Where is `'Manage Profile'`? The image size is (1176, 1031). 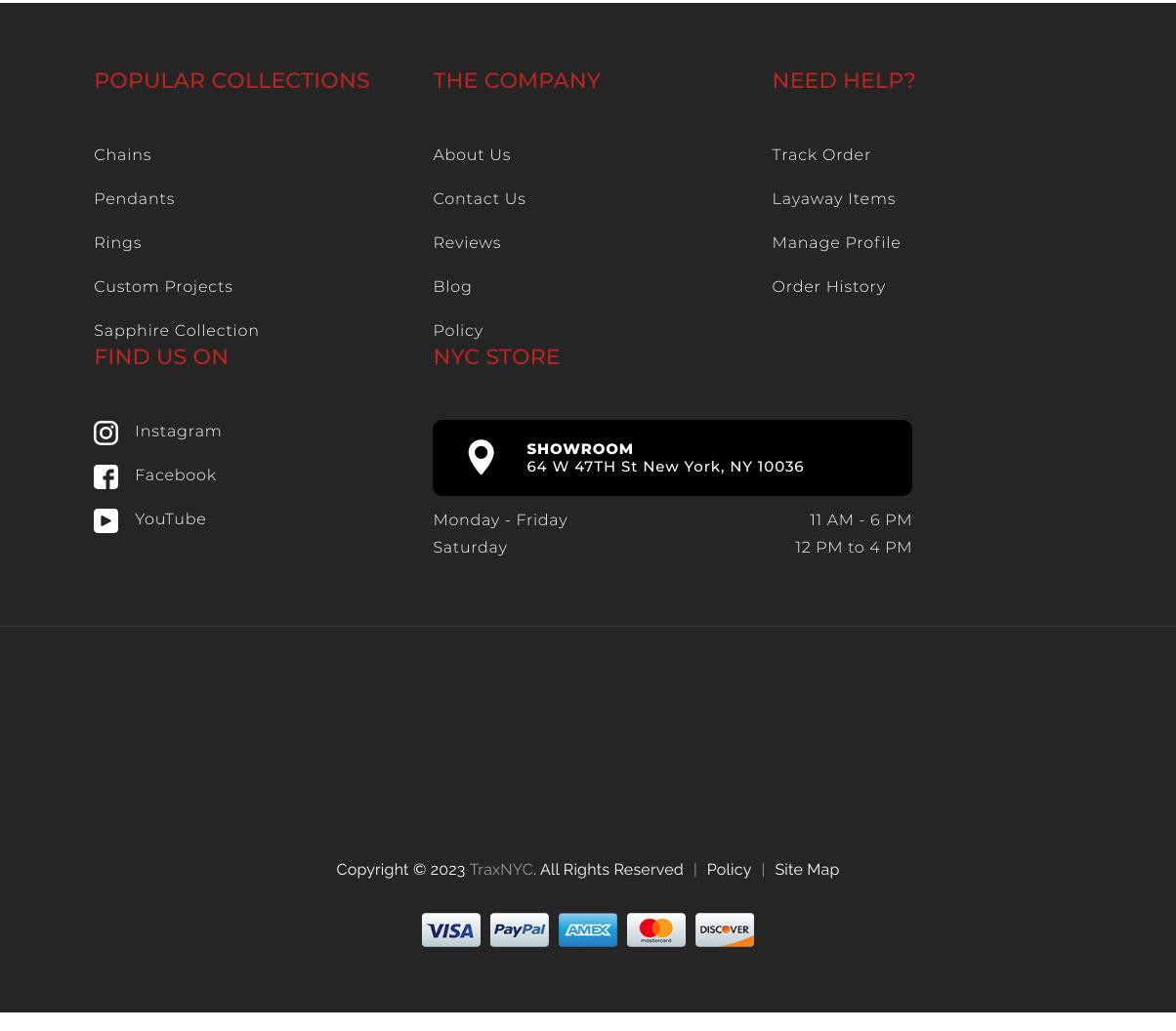 'Manage Profile' is located at coordinates (836, 242).